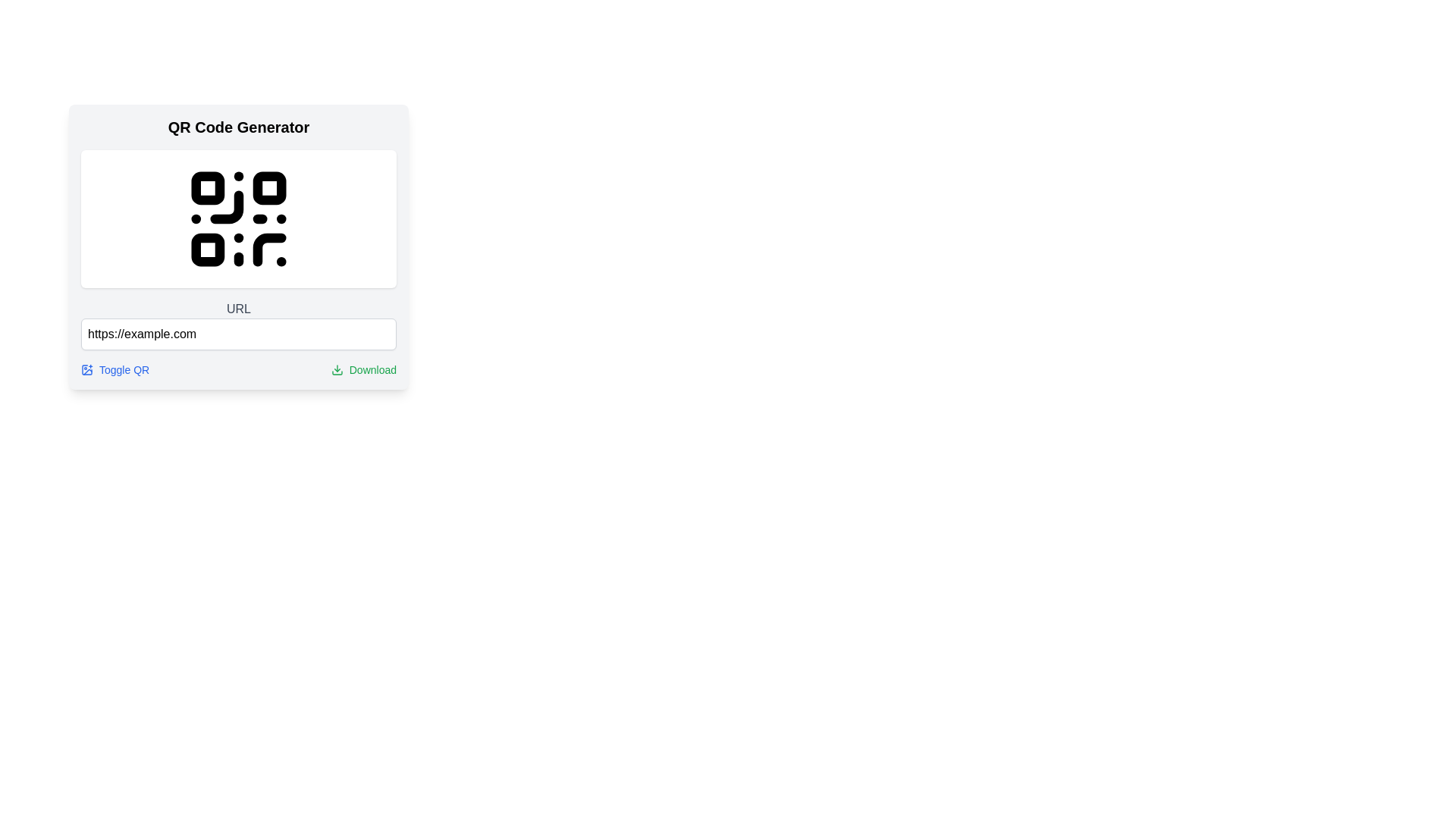 The image size is (1456, 819). What do you see at coordinates (372, 370) in the screenshot?
I see `the green-colored text label reading 'Download'` at bounding box center [372, 370].